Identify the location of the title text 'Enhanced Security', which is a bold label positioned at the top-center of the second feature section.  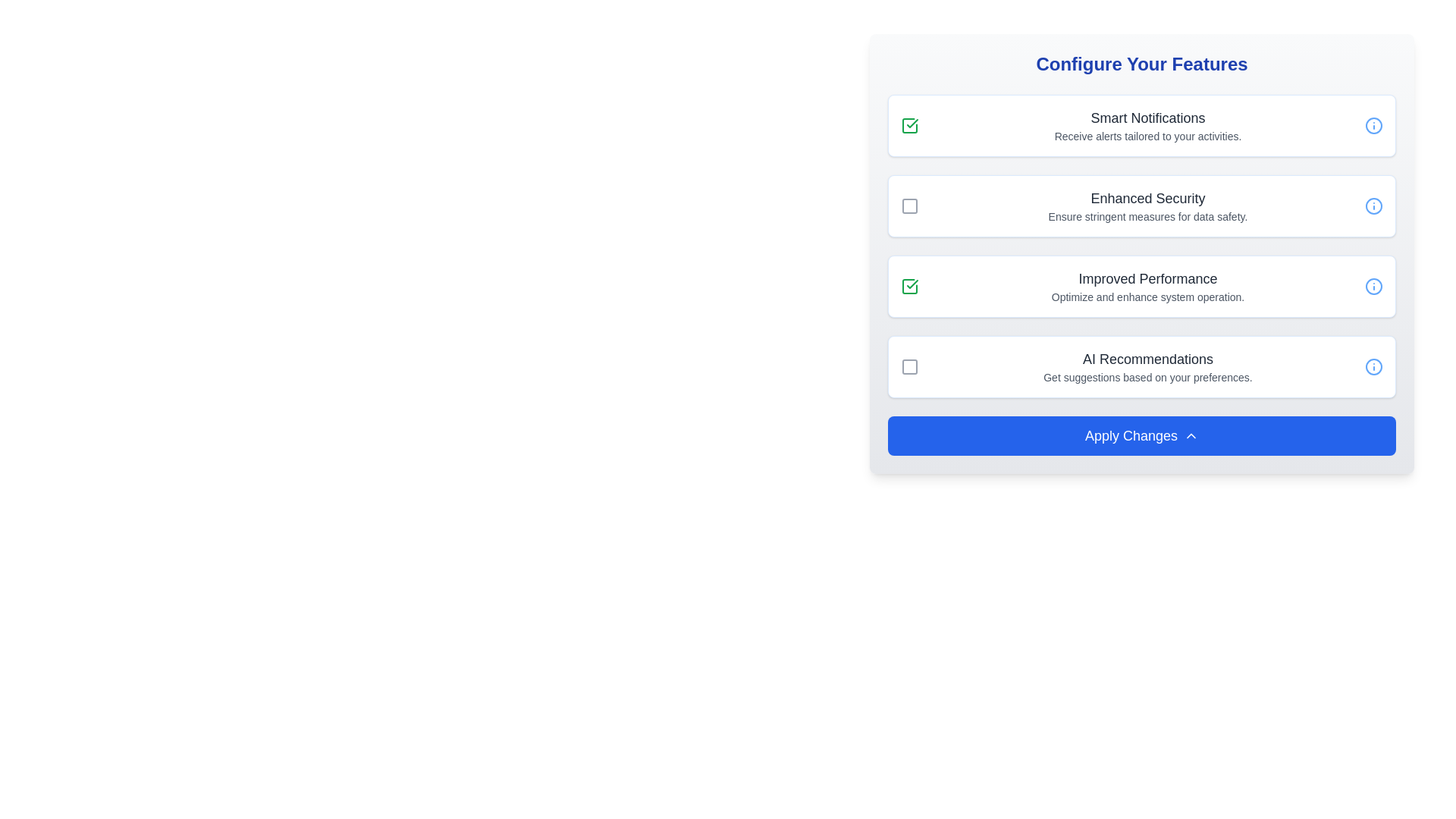
(1147, 198).